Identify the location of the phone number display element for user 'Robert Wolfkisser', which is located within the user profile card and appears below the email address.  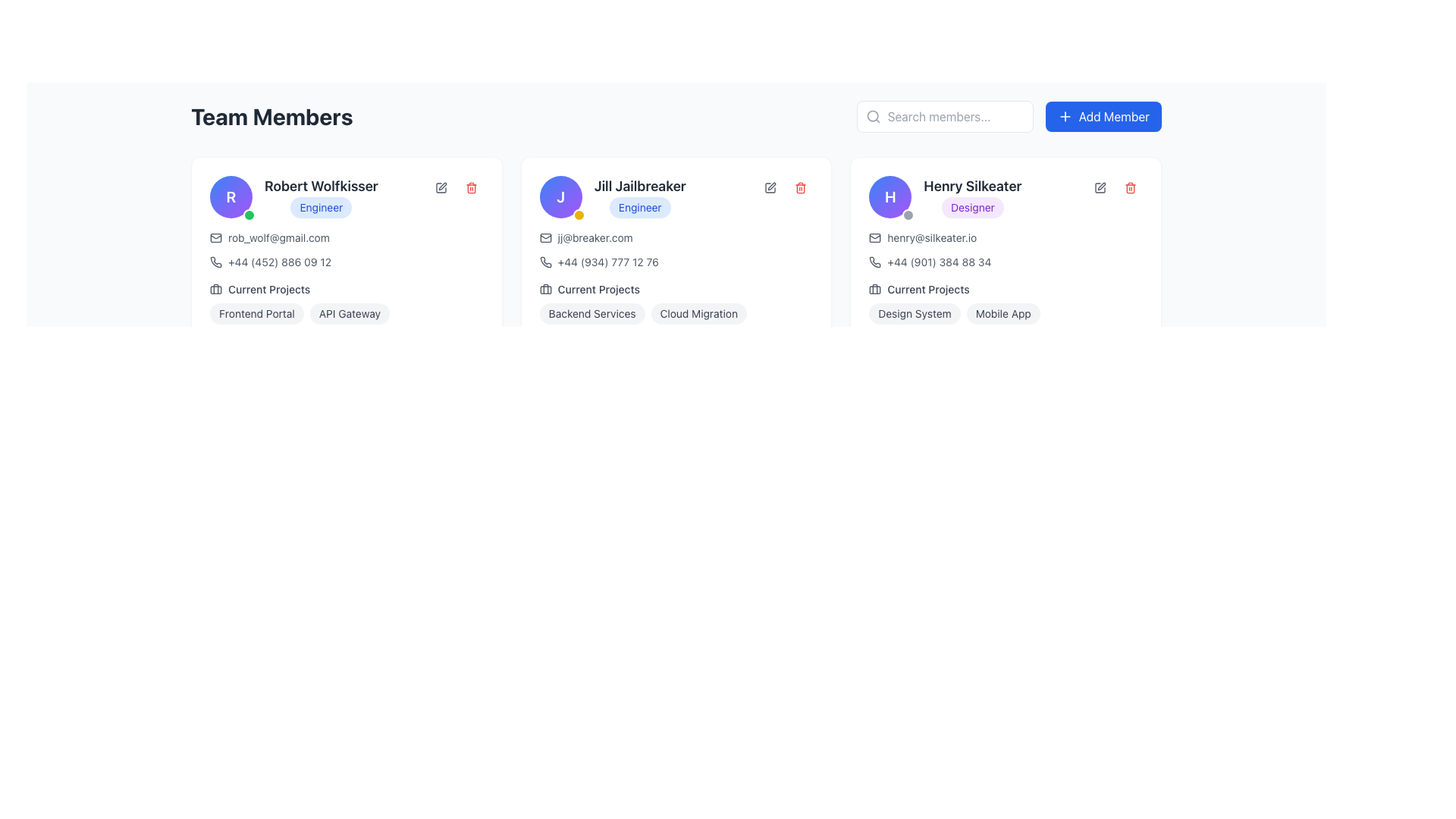
(346, 262).